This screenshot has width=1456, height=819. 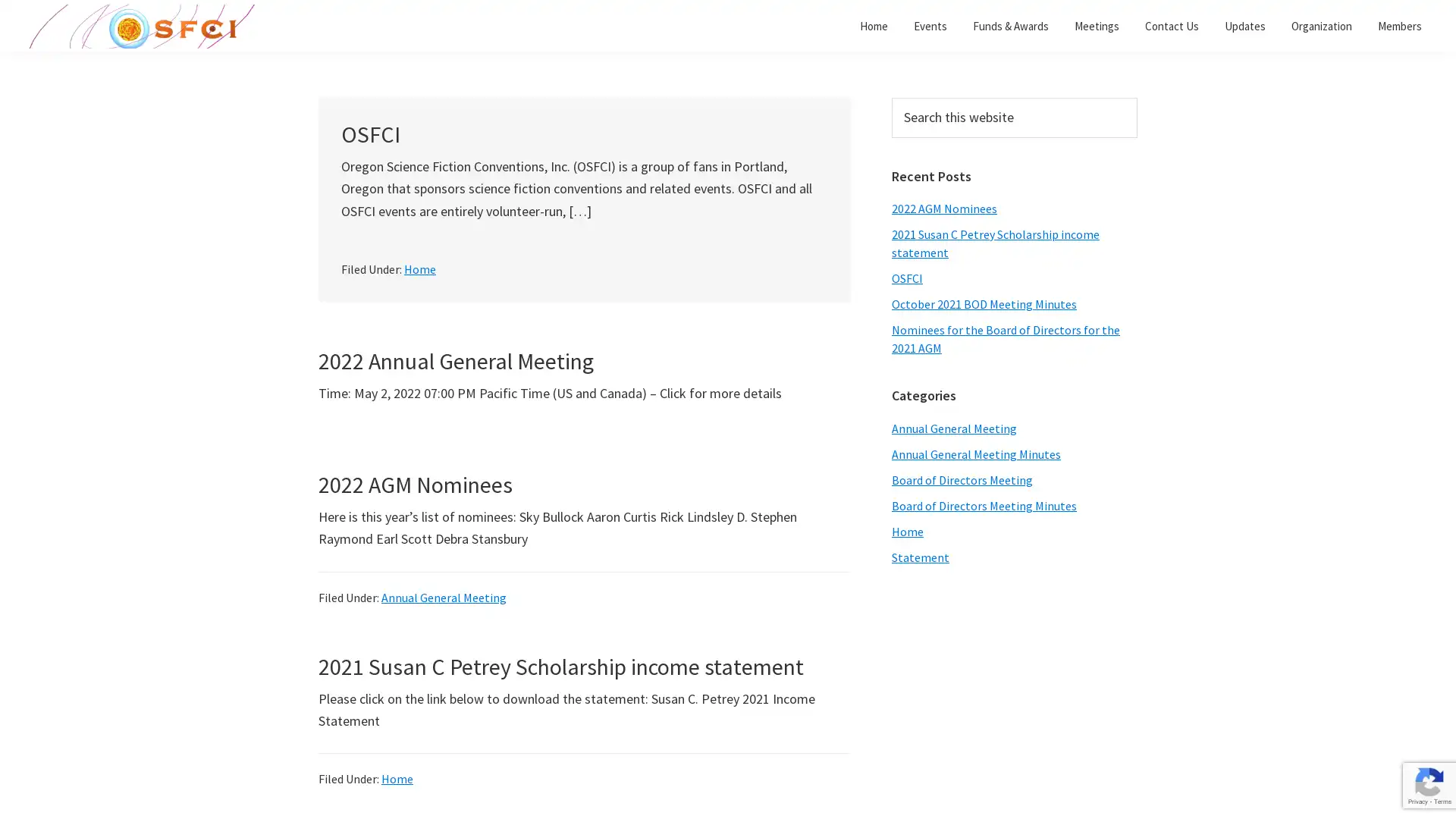 I want to click on Search, so click(x=1137, y=97).